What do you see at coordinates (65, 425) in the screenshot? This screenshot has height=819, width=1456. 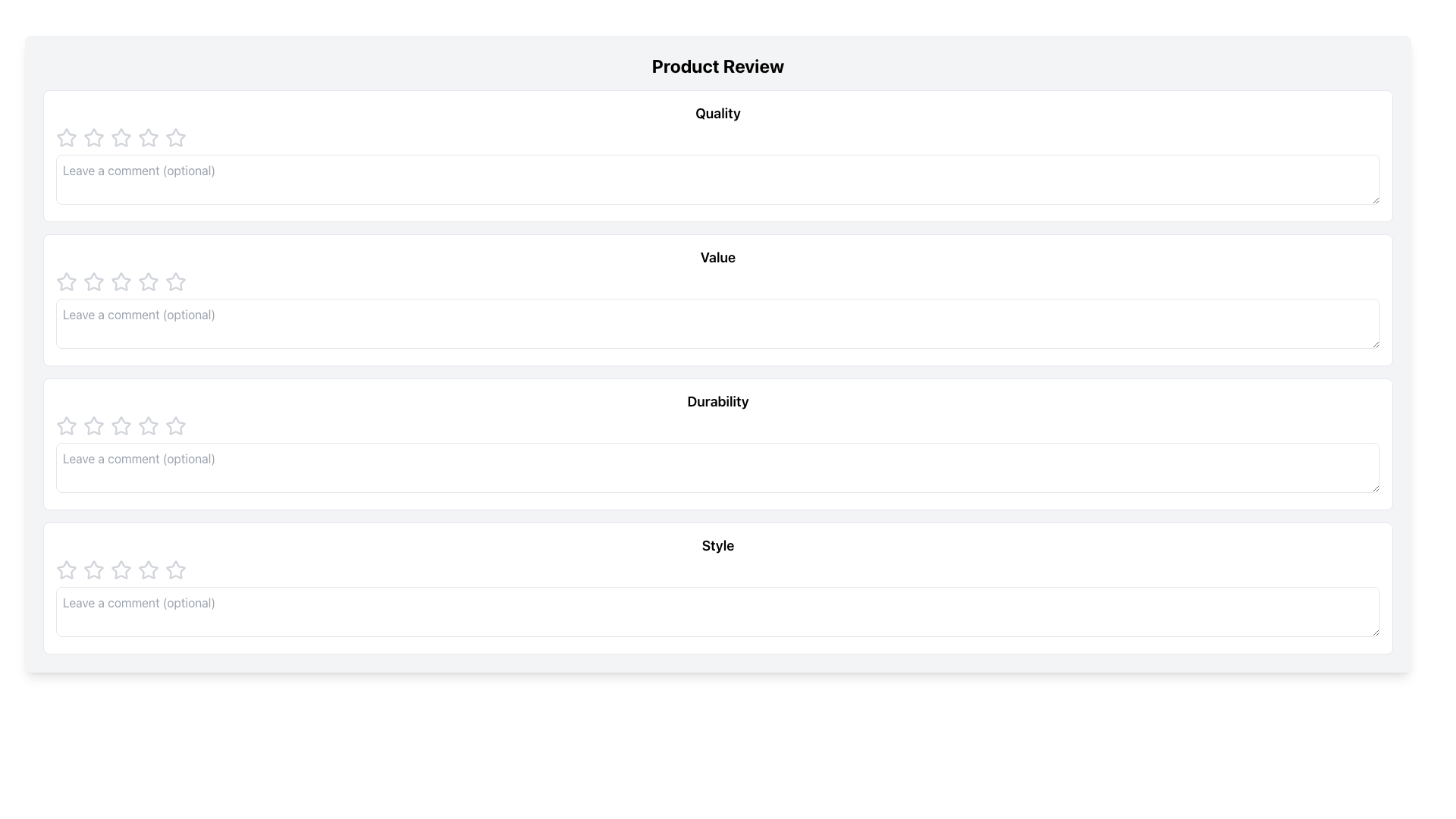 I see `the leftmost star rating icon in the Durability section` at bounding box center [65, 425].